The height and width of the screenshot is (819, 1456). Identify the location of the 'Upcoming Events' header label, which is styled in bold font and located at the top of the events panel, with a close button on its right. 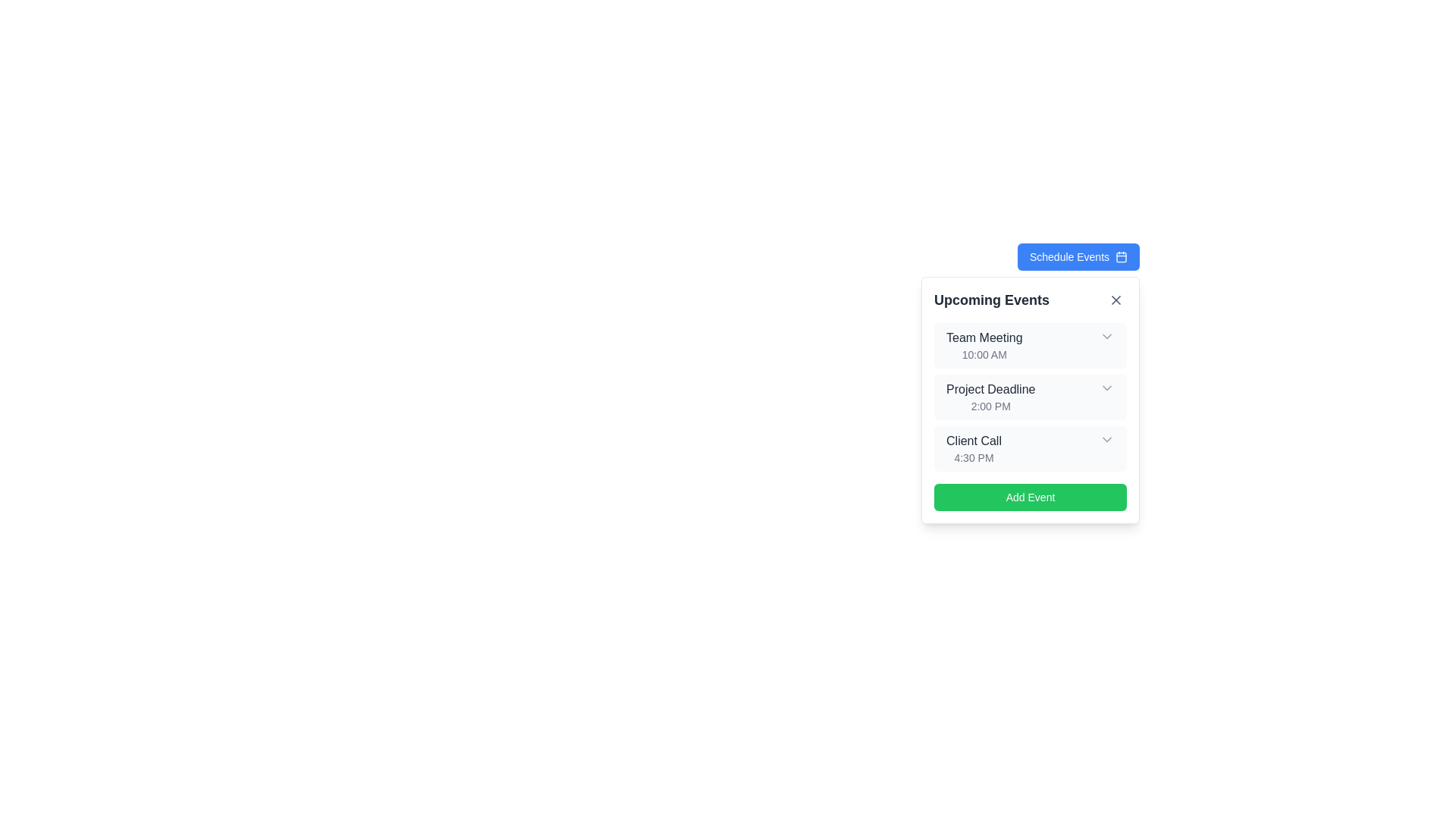
(1030, 300).